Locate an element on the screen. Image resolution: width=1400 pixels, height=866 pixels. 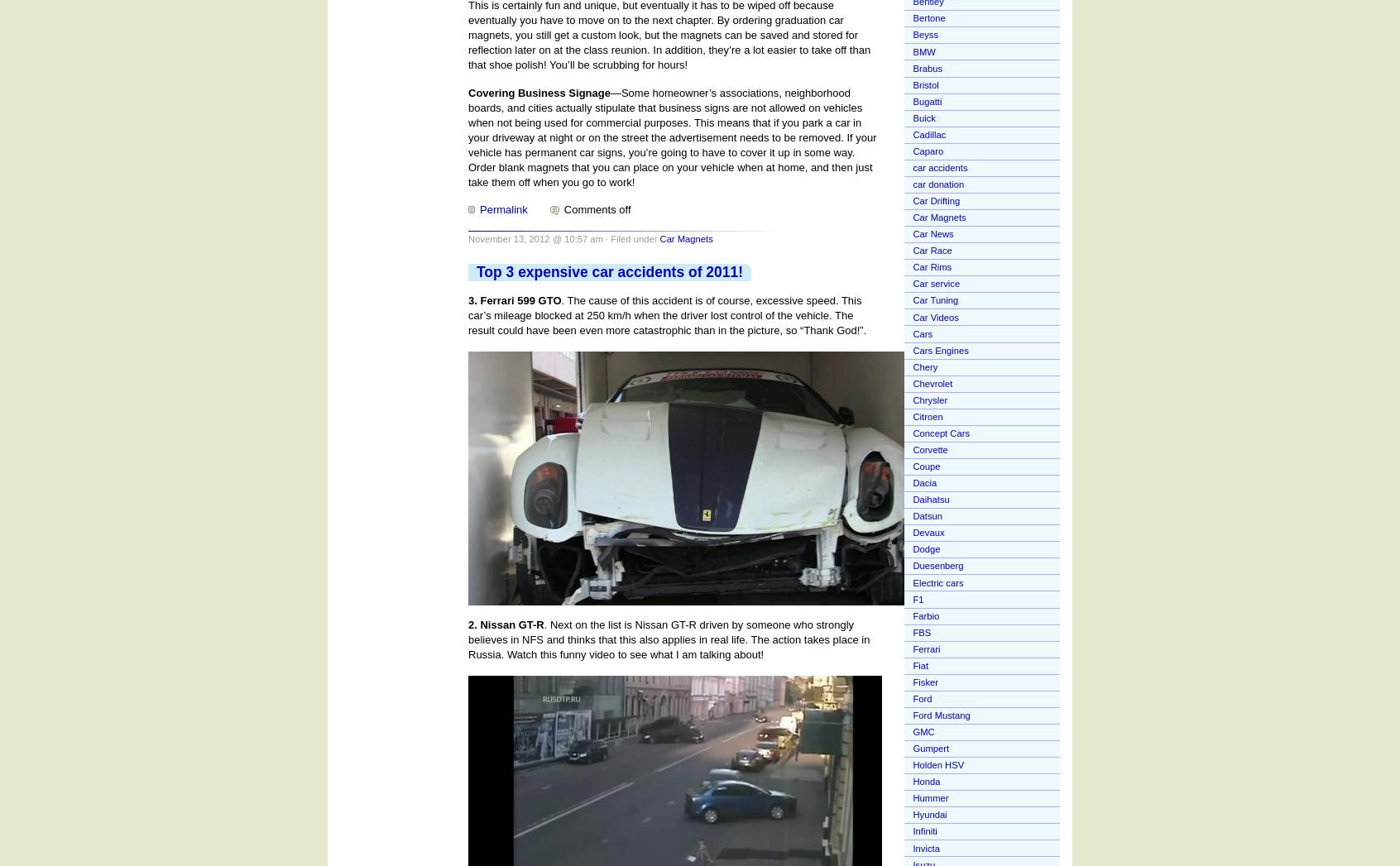
'BMW' is located at coordinates (923, 50).